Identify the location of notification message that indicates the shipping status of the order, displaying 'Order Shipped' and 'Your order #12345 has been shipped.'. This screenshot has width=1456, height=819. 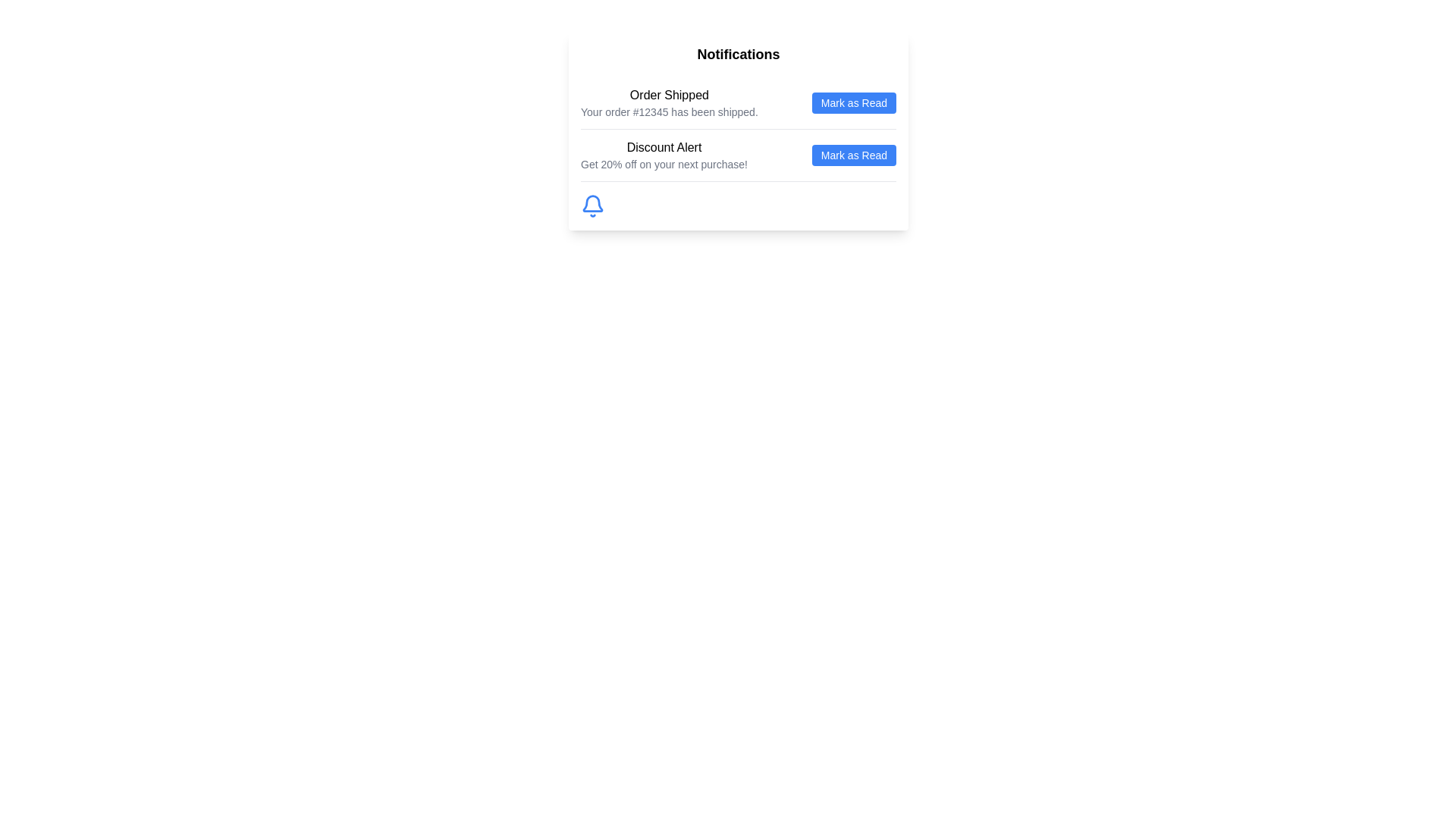
(668, 102).